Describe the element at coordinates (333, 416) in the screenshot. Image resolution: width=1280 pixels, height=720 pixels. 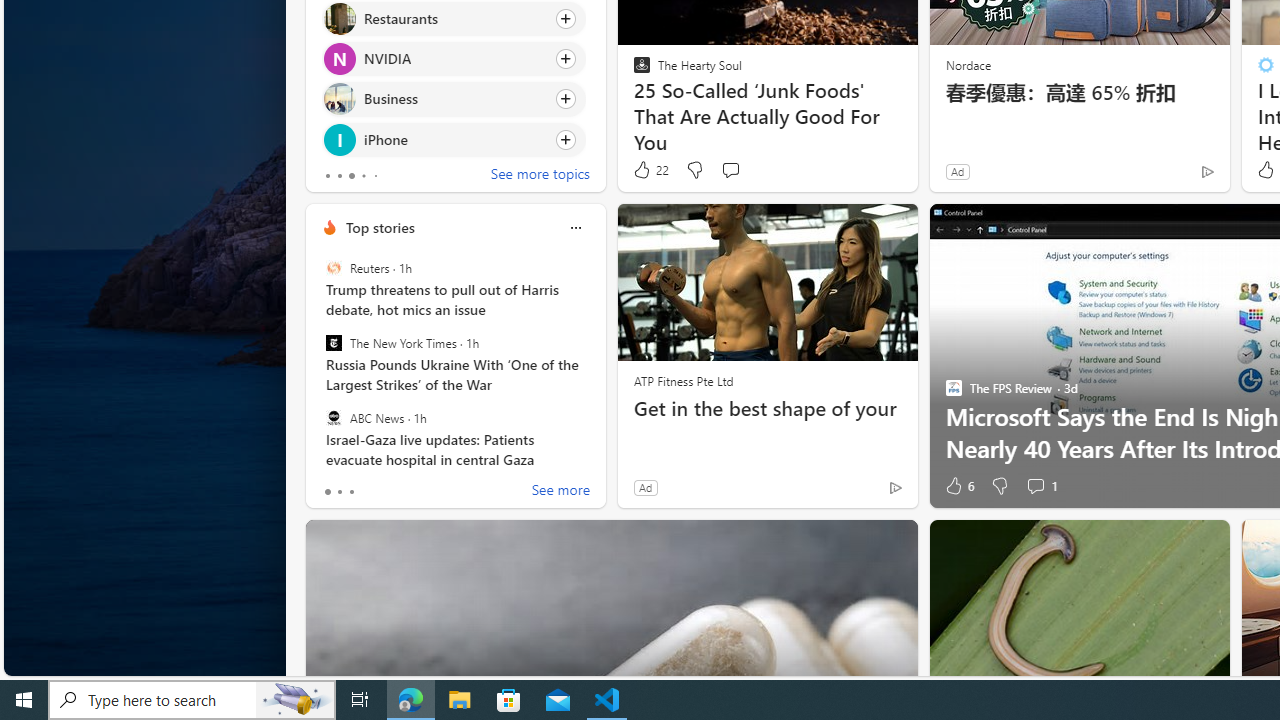
I see `'ABC News'` at that location.